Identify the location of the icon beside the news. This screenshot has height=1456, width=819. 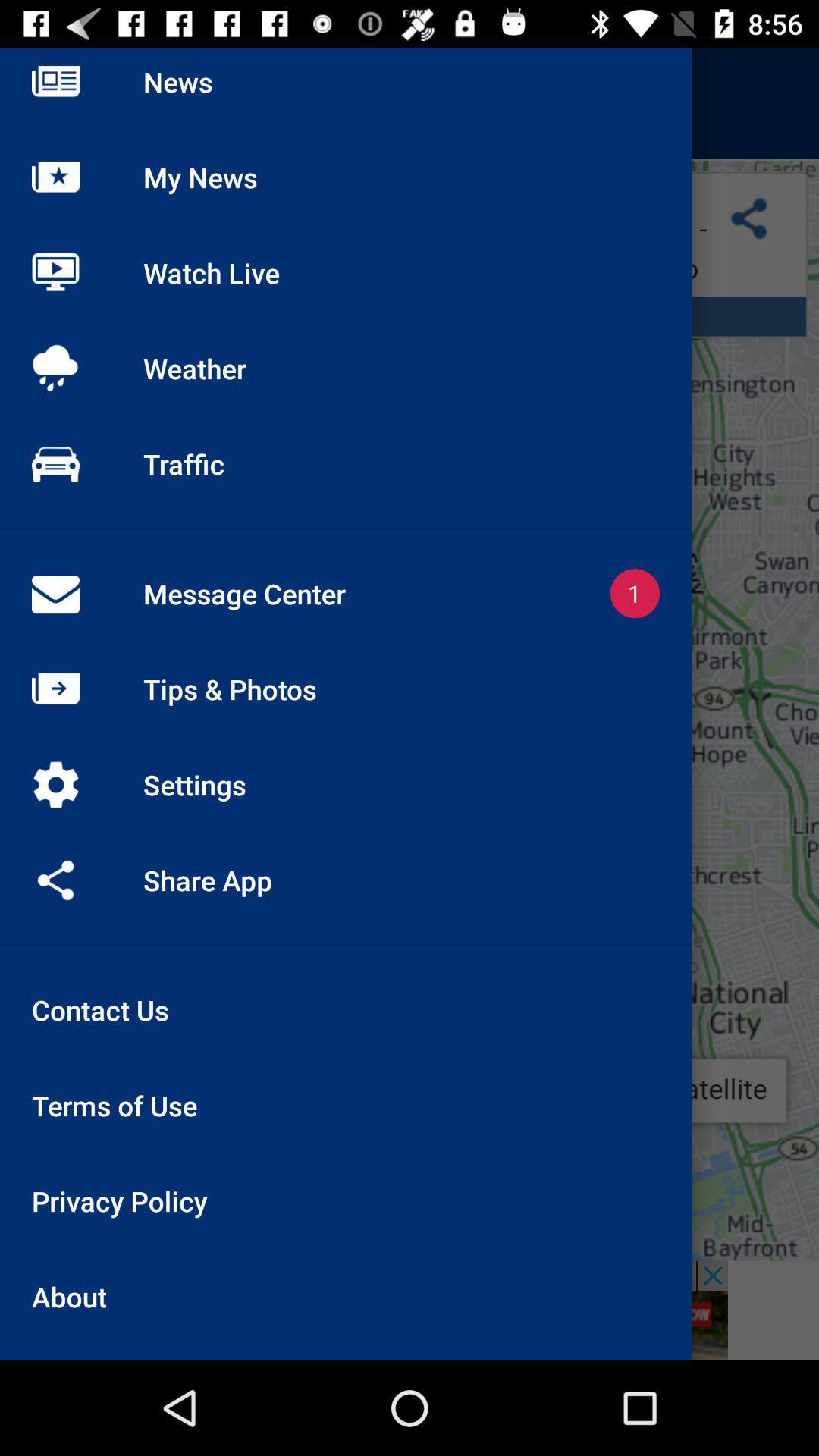
(55, 103).